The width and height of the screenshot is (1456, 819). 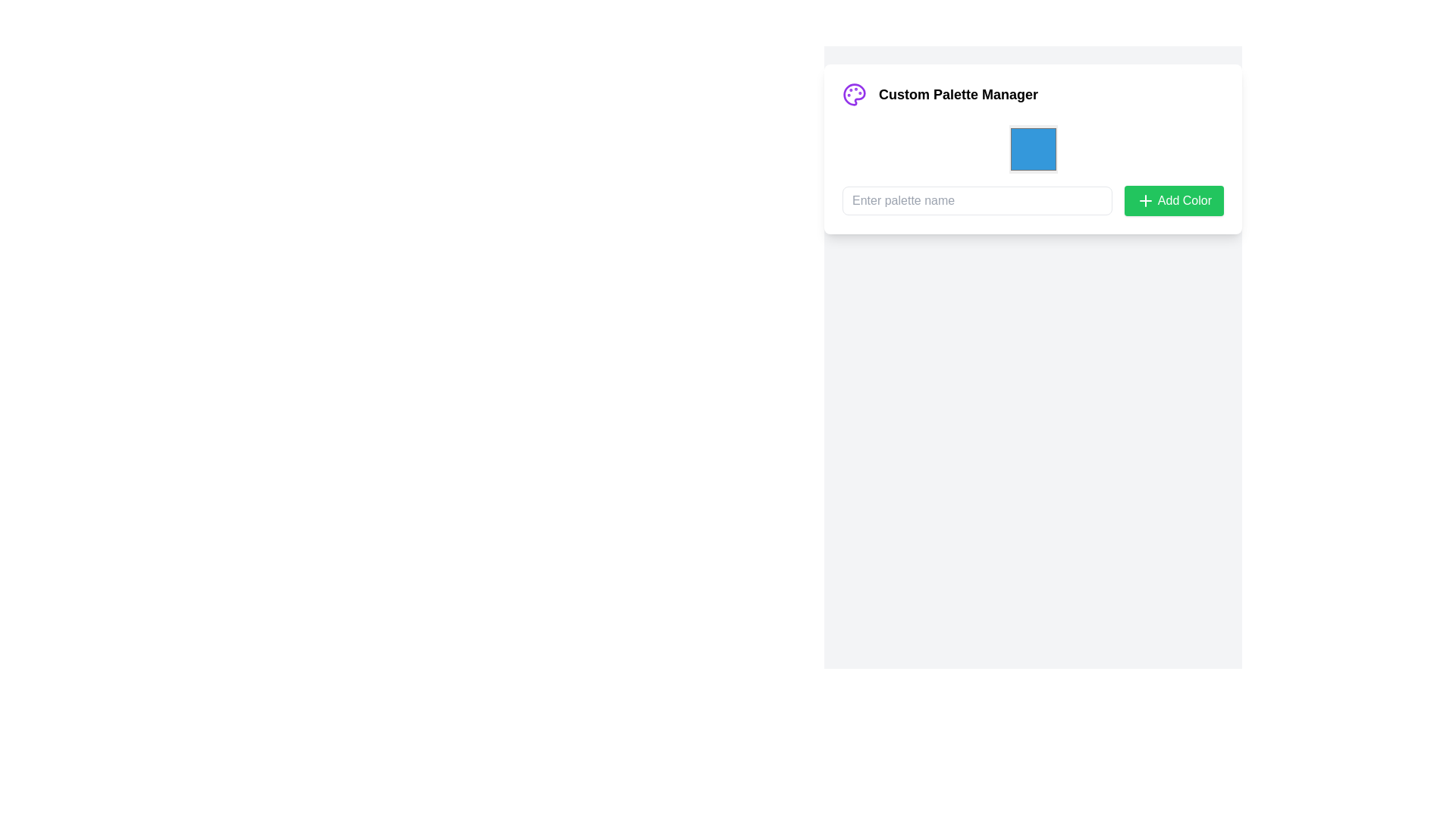 I want to click on the vibrant blue color picker square located within the 'Custom Palette Manager' interface, so click(x=1032, y=149).